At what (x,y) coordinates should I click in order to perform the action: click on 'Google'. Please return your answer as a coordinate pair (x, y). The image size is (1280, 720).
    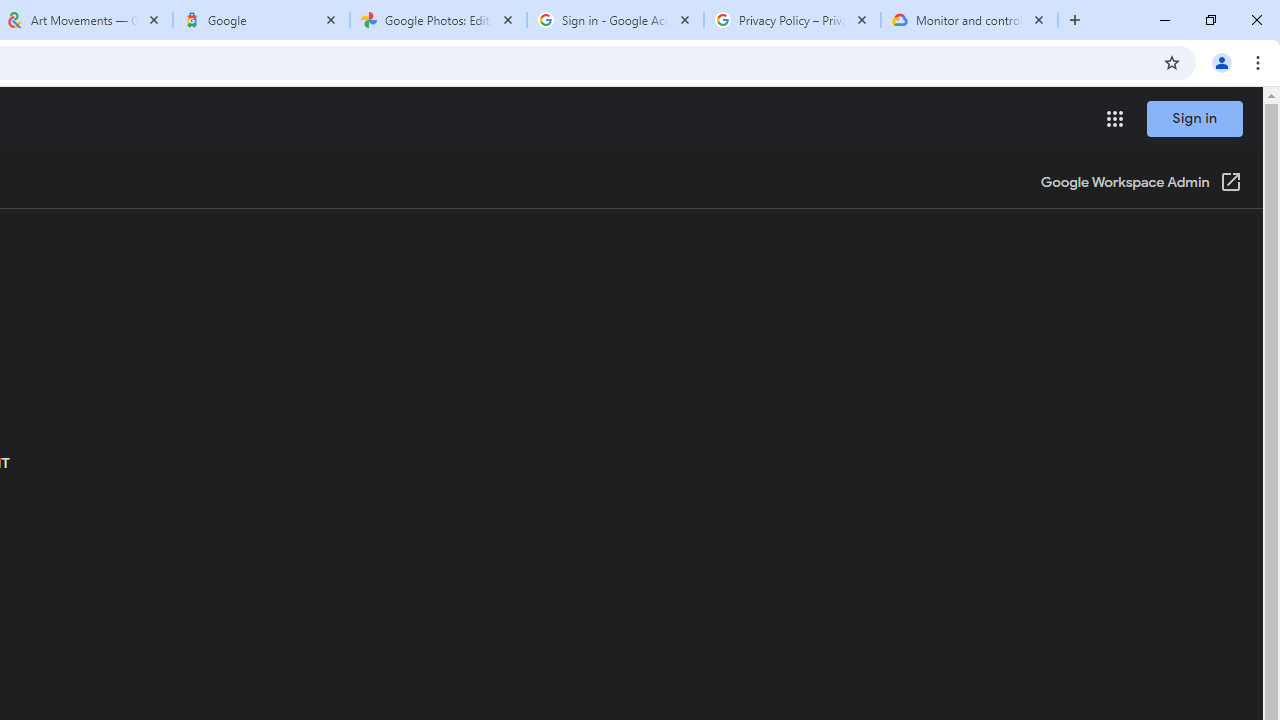
    Looking at the image, I should click on (260, 20).